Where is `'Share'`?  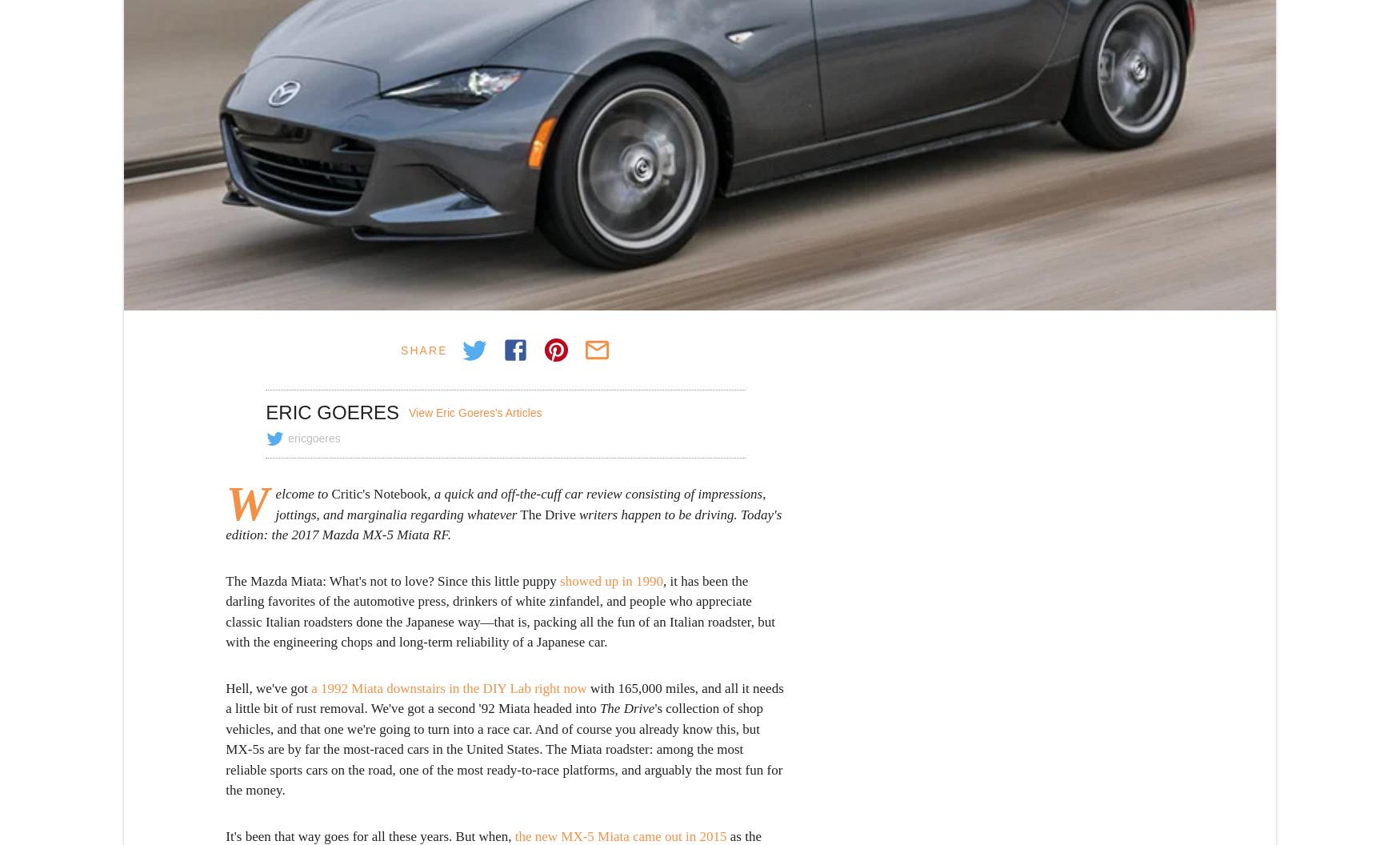 'Share' is located at coordinates (422, 349).